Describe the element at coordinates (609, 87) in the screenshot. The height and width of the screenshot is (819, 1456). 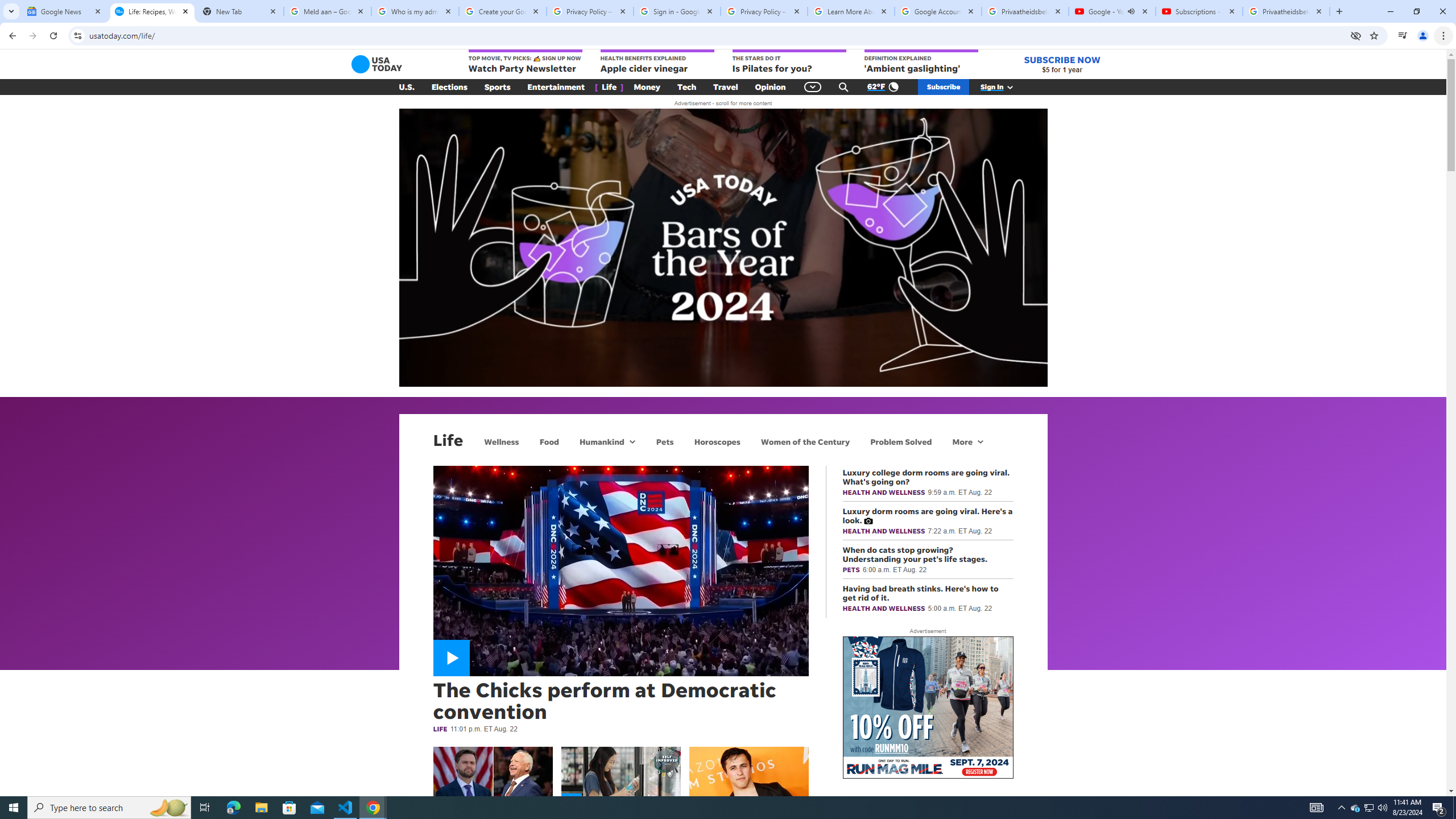
I see `'[ Life ]'` at that location.